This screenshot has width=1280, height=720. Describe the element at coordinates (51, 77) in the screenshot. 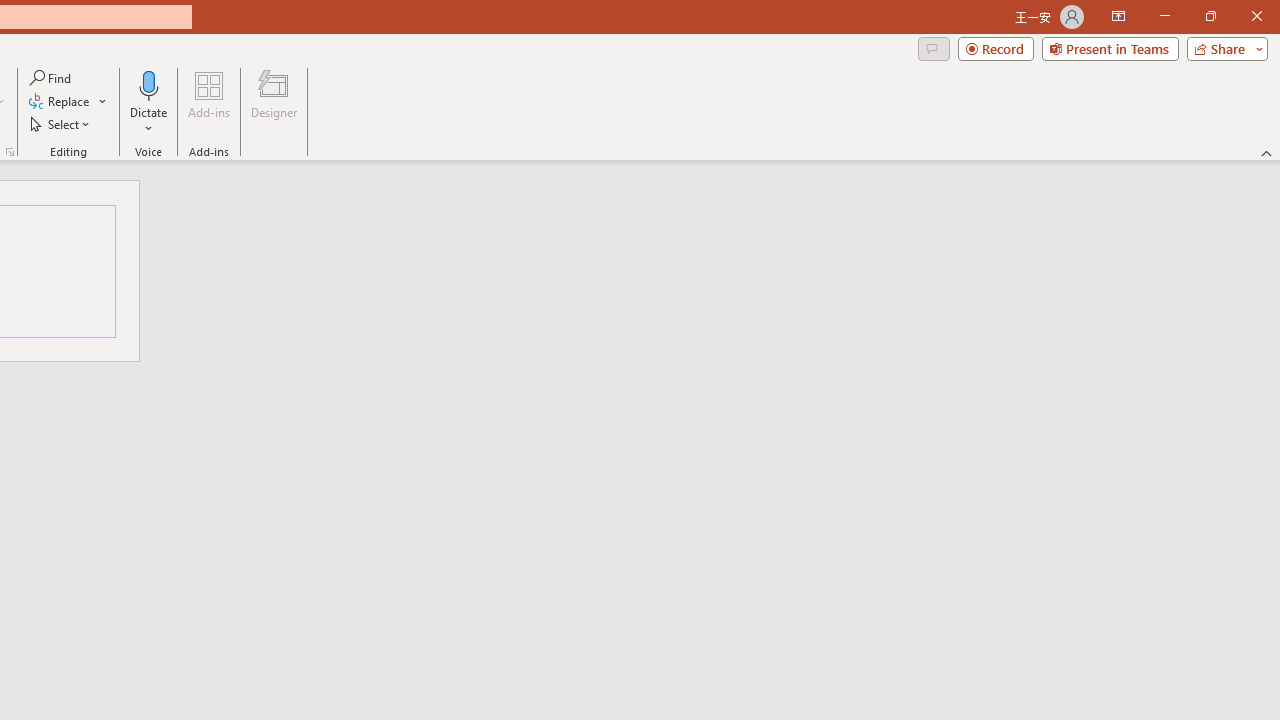

I see `'Find...'` at that location.